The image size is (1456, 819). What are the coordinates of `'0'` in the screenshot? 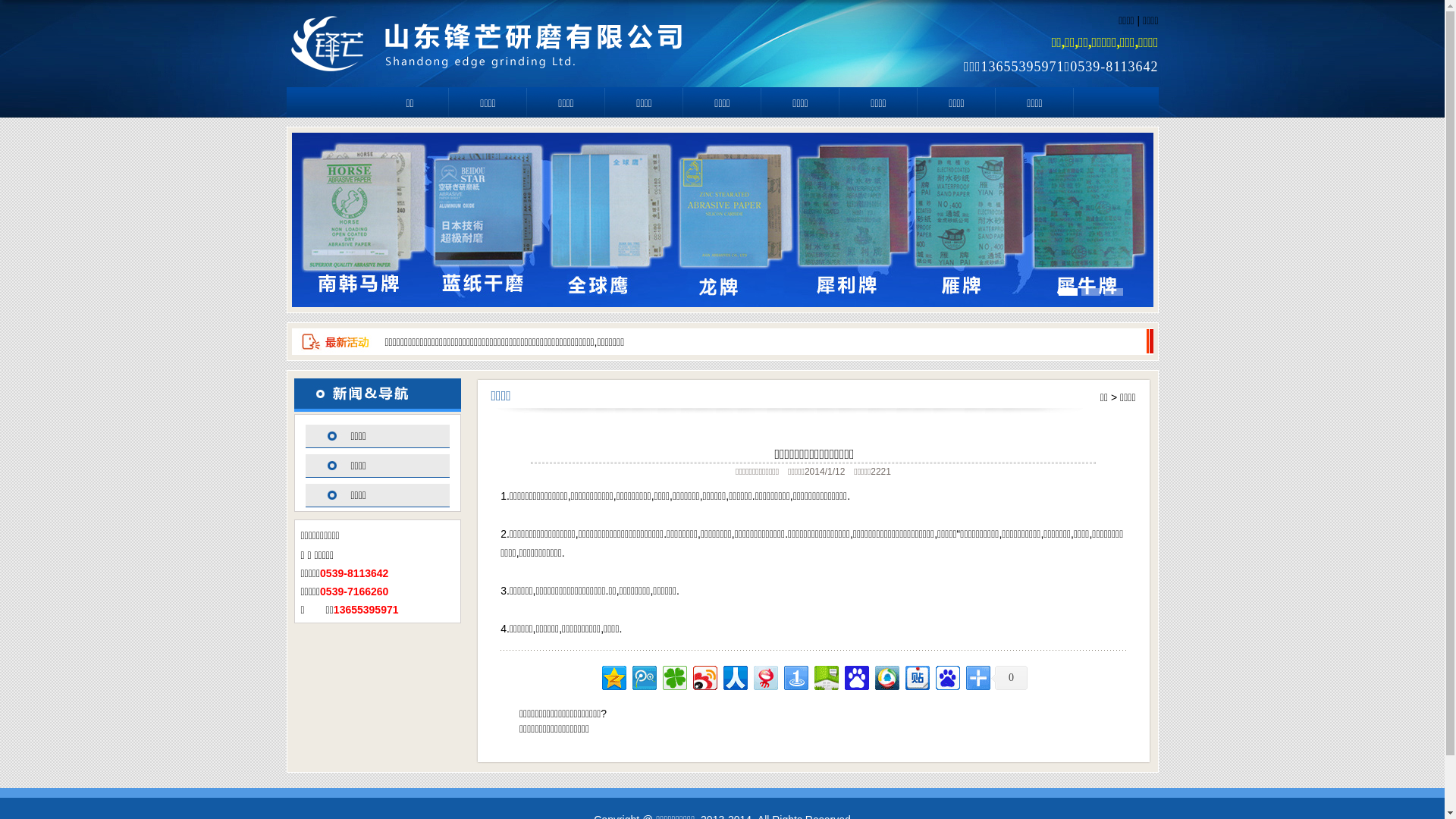 It's located at (990, 677).